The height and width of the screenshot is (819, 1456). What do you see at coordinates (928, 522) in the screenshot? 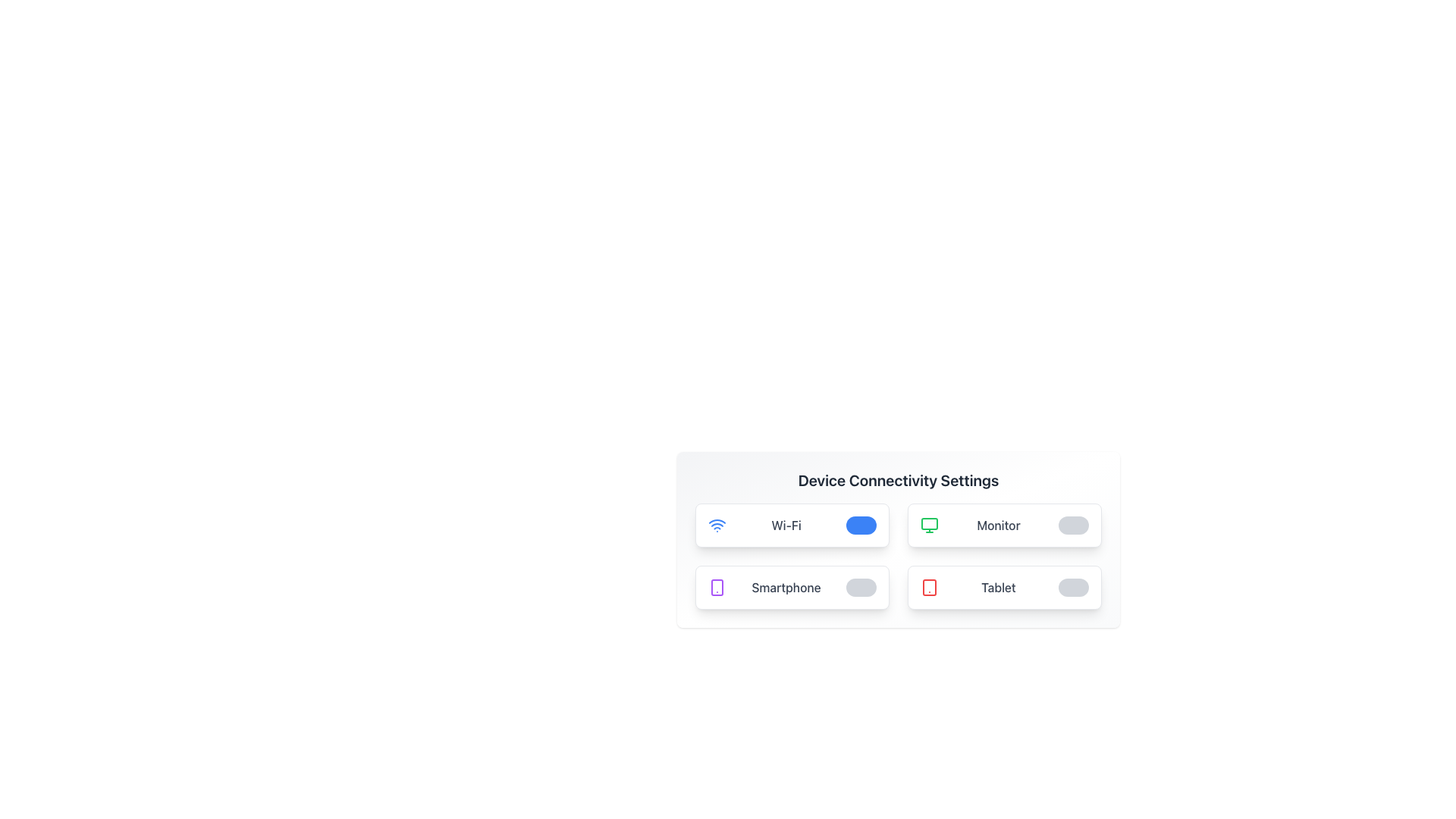
I see `properties of the rectangle element that is part of the monitor icon in the top-right quadrant of the UI layout` at bounding box center [928, 522].